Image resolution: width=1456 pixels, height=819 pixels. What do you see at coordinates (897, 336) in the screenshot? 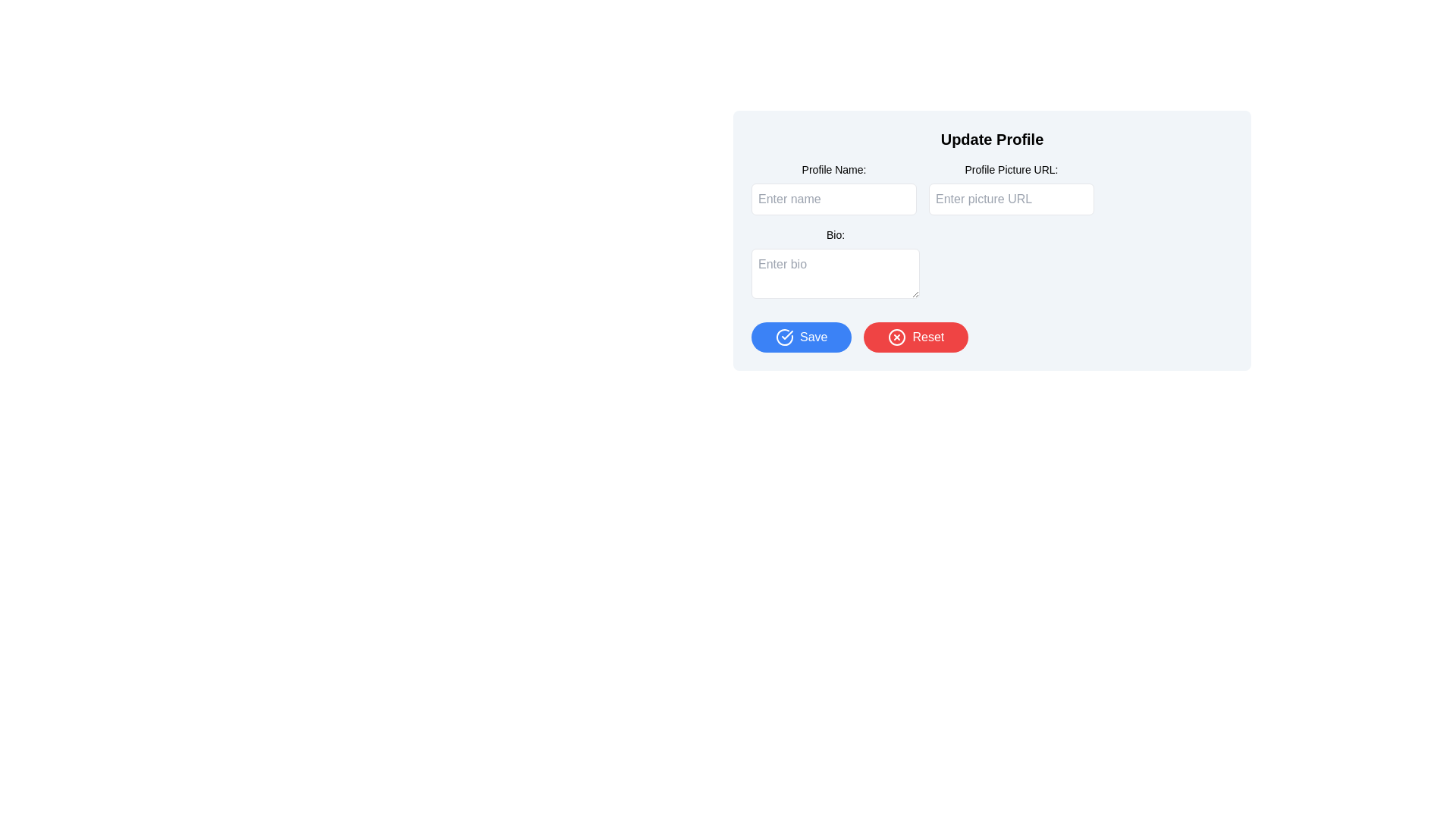
I see `the reset action icon located near the top-right corner of the 'Reset' button, preceding the text label` at bounding box center [897, 336].